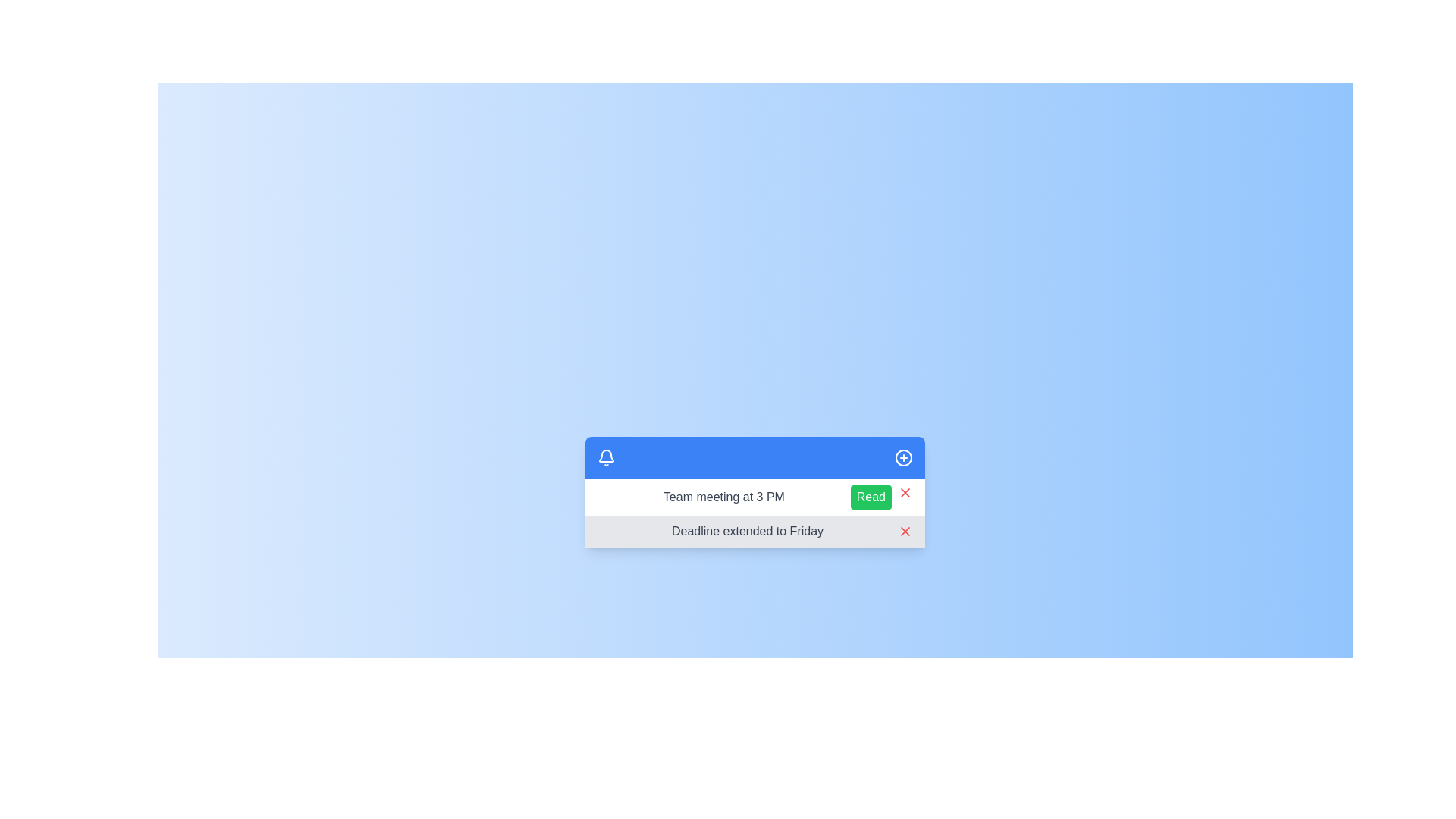 This screenshot has height=819, width=1456. What do you see at coordinates (747, 531) in the screenshot?
I see `the static text label that indicates an update or deprecated deadline, which is styled with a strikethrough and located in the lower row of the notification panel, adjacent to a red dismiss button` at bounding box center [747, 531].